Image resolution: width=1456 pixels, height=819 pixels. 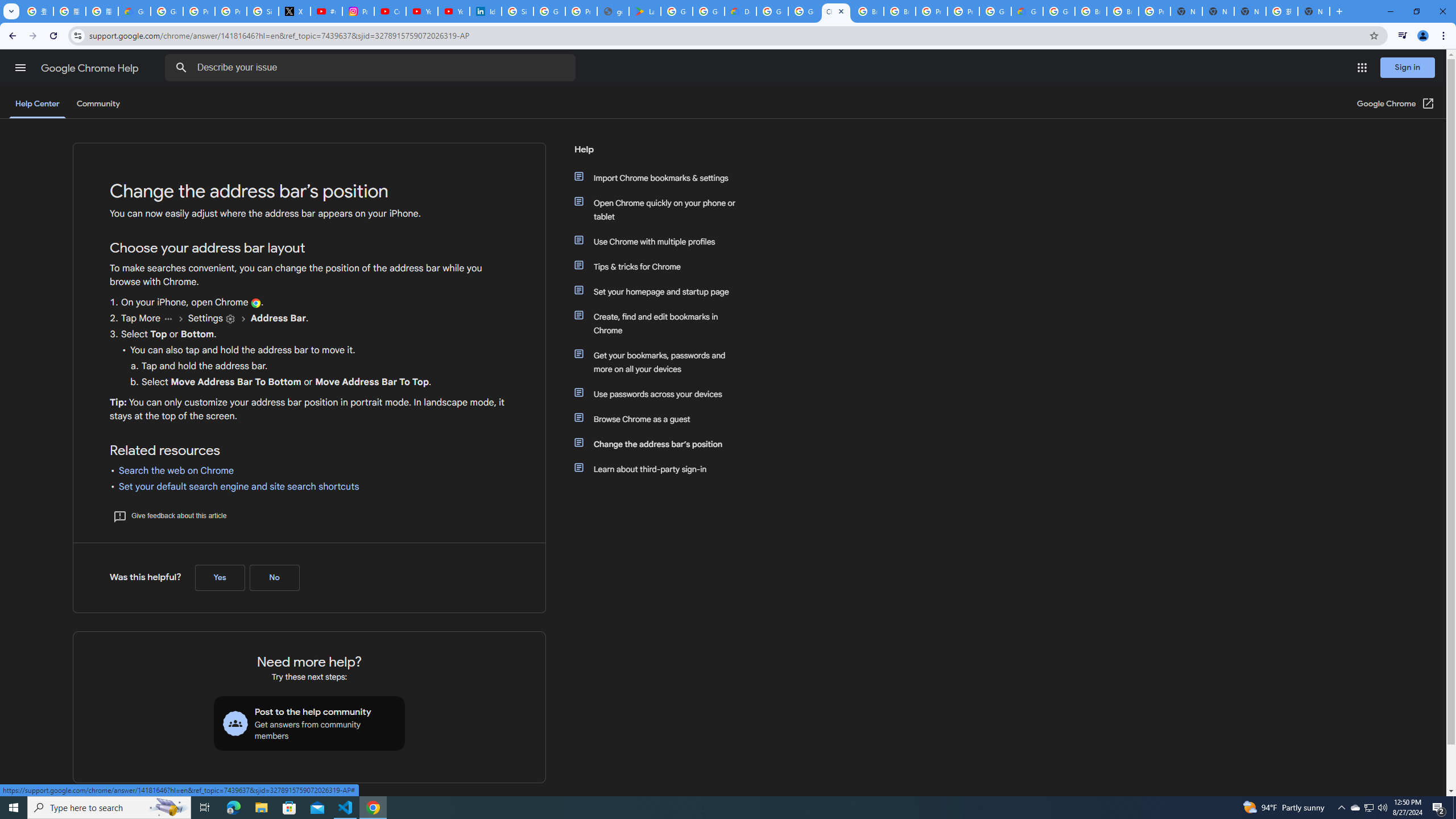 What do you see at coordinates (661, 394) in the screenshot?
I see `'Use passwords across your devices'` at bounding box center [661, 394].